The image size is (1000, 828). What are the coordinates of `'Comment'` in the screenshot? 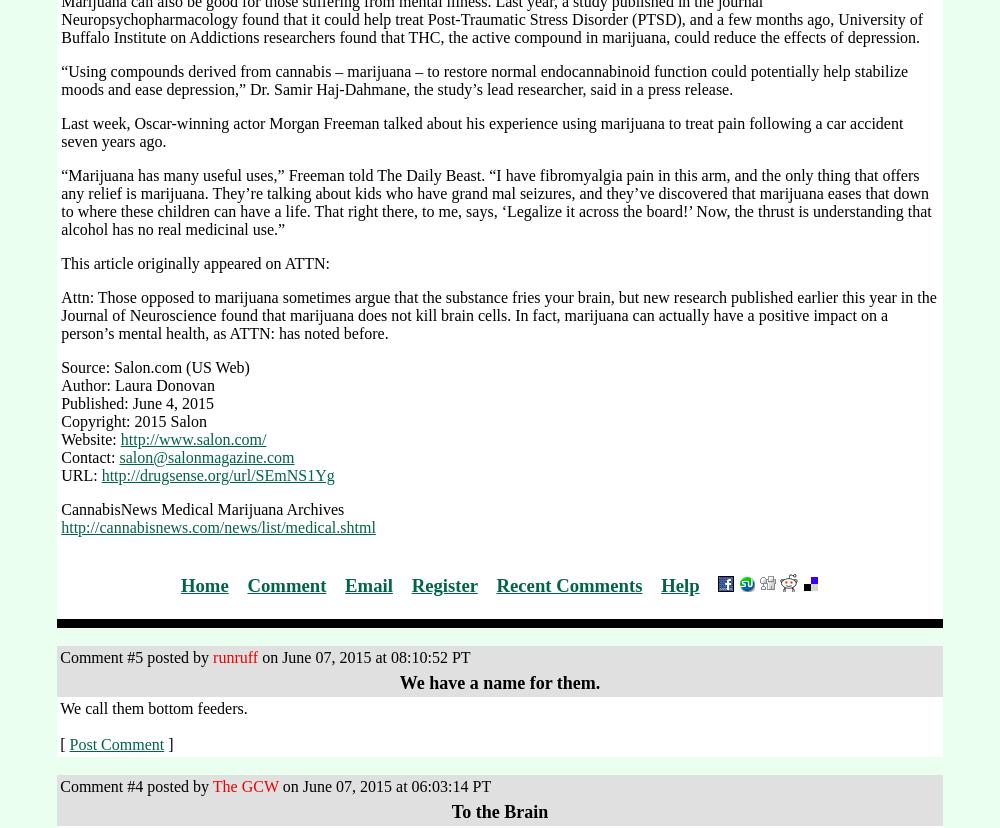 It's located at (286, 584).